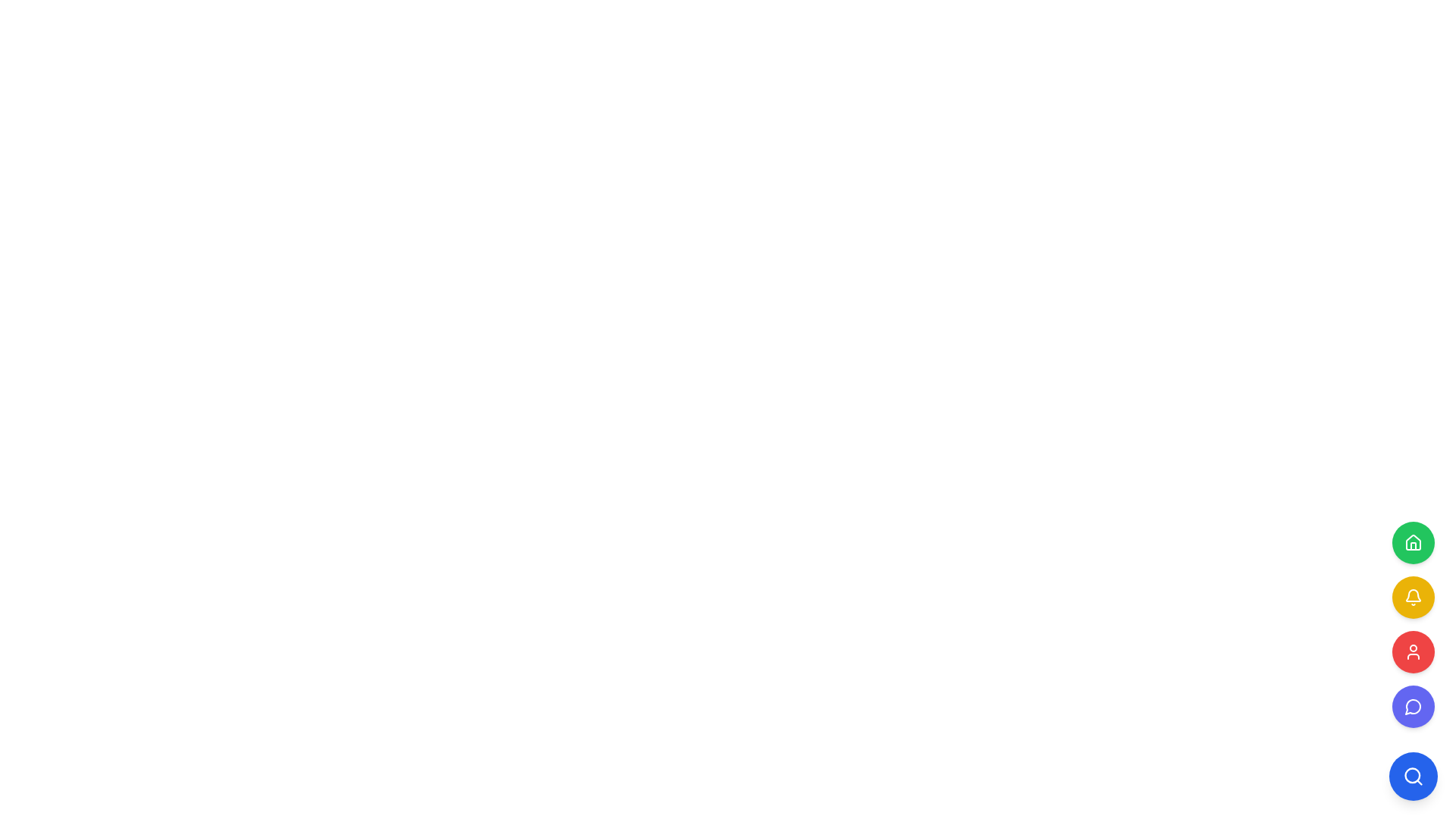 This screenshot has height=819, width=1456. Describe the element at coordinates (1412, 542) in the screenshot. I see `the circular green button with a white house icon at the top of the vertical column to observe the hover effect` at that location.